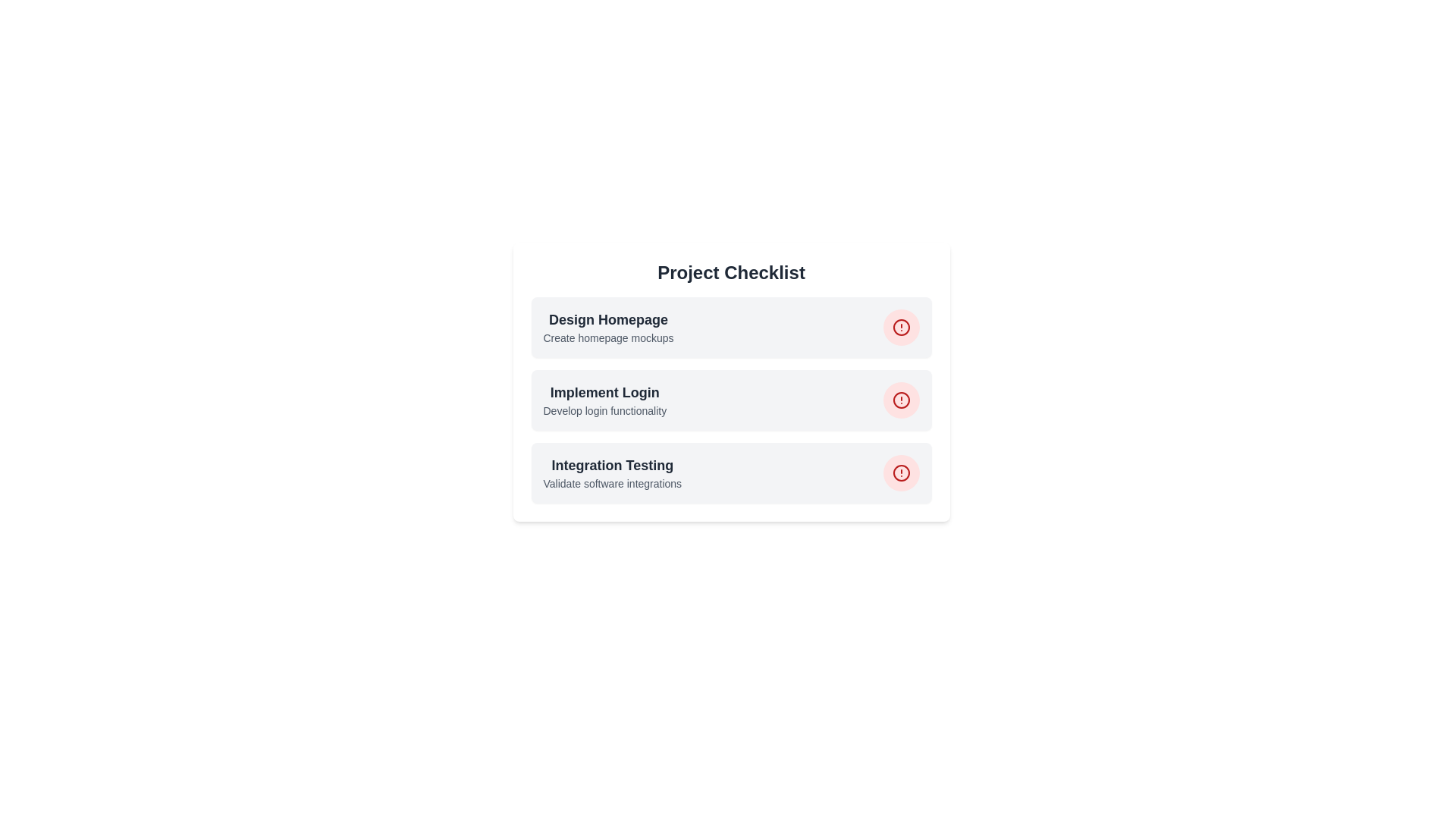  Describe the element at coordinates (612, 483) in the screenshot. I see `the static text element providing context for the main heading 'Integration Testing', located in the bottom row of a vertical list structure, directly below the 'Integration Testing' text` at that location.